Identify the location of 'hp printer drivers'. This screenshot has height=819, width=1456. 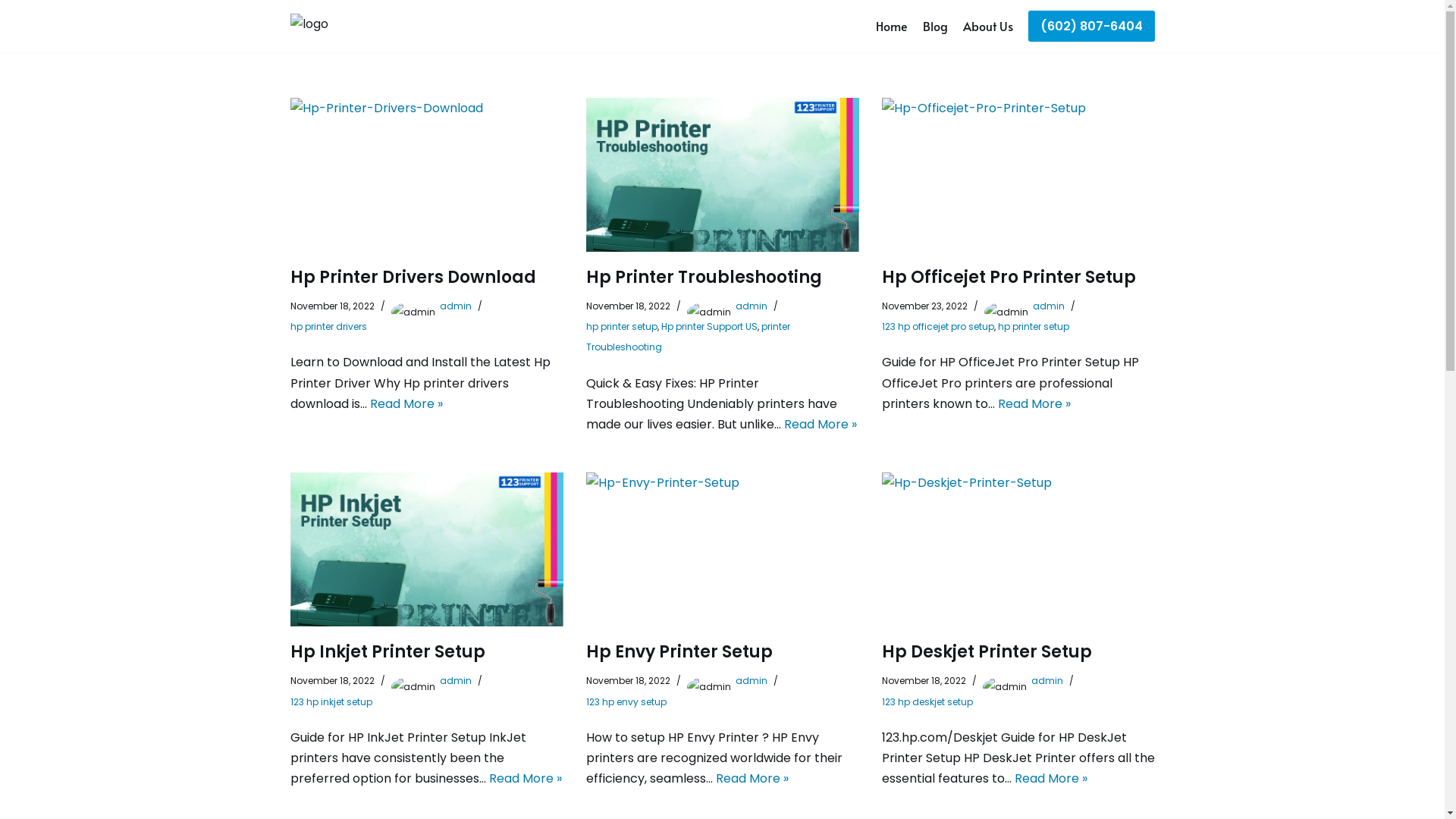
(327, 325).